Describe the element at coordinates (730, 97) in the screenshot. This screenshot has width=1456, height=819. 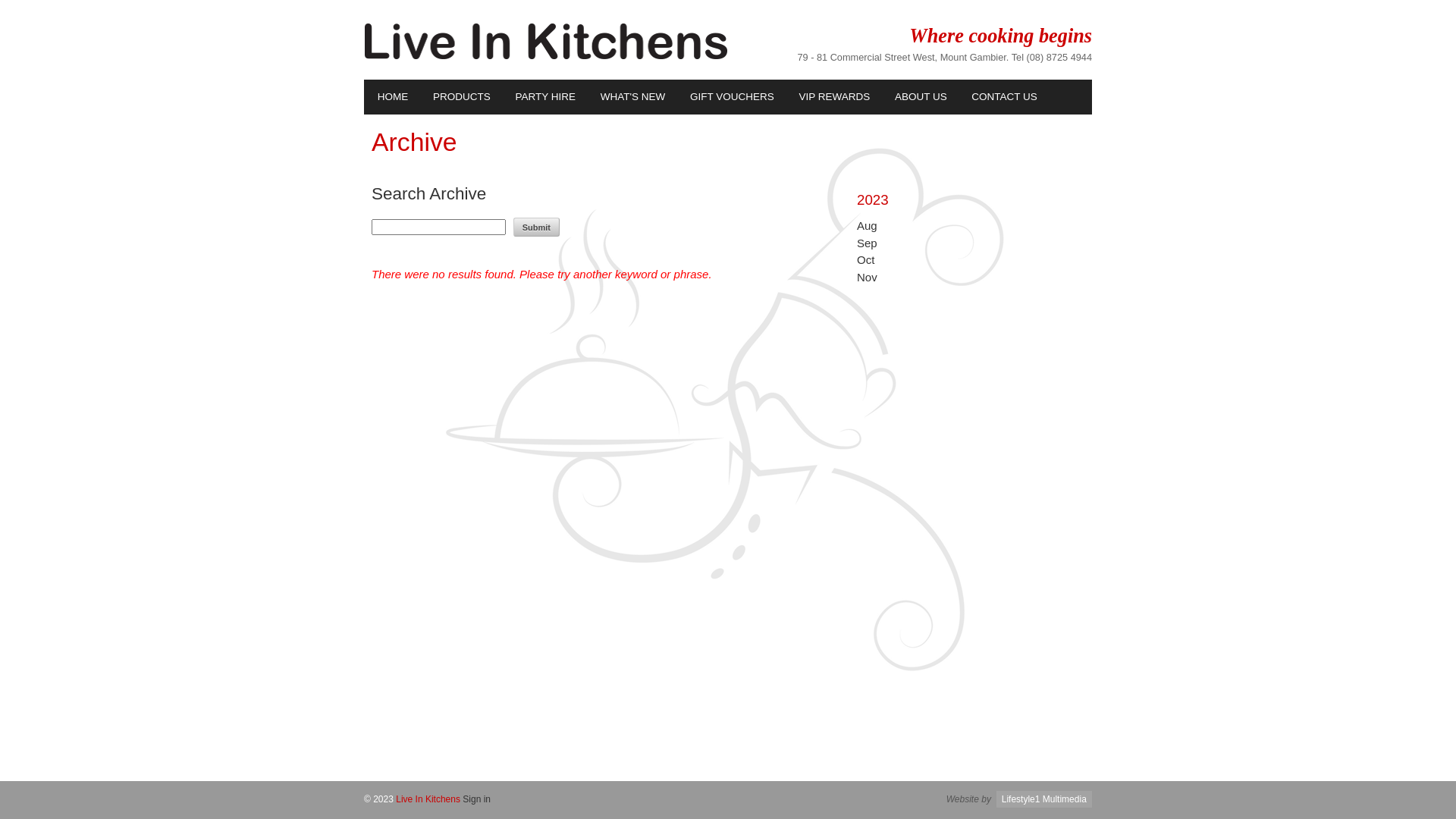
I see `'GIFT VOUCHERS'` at that location.